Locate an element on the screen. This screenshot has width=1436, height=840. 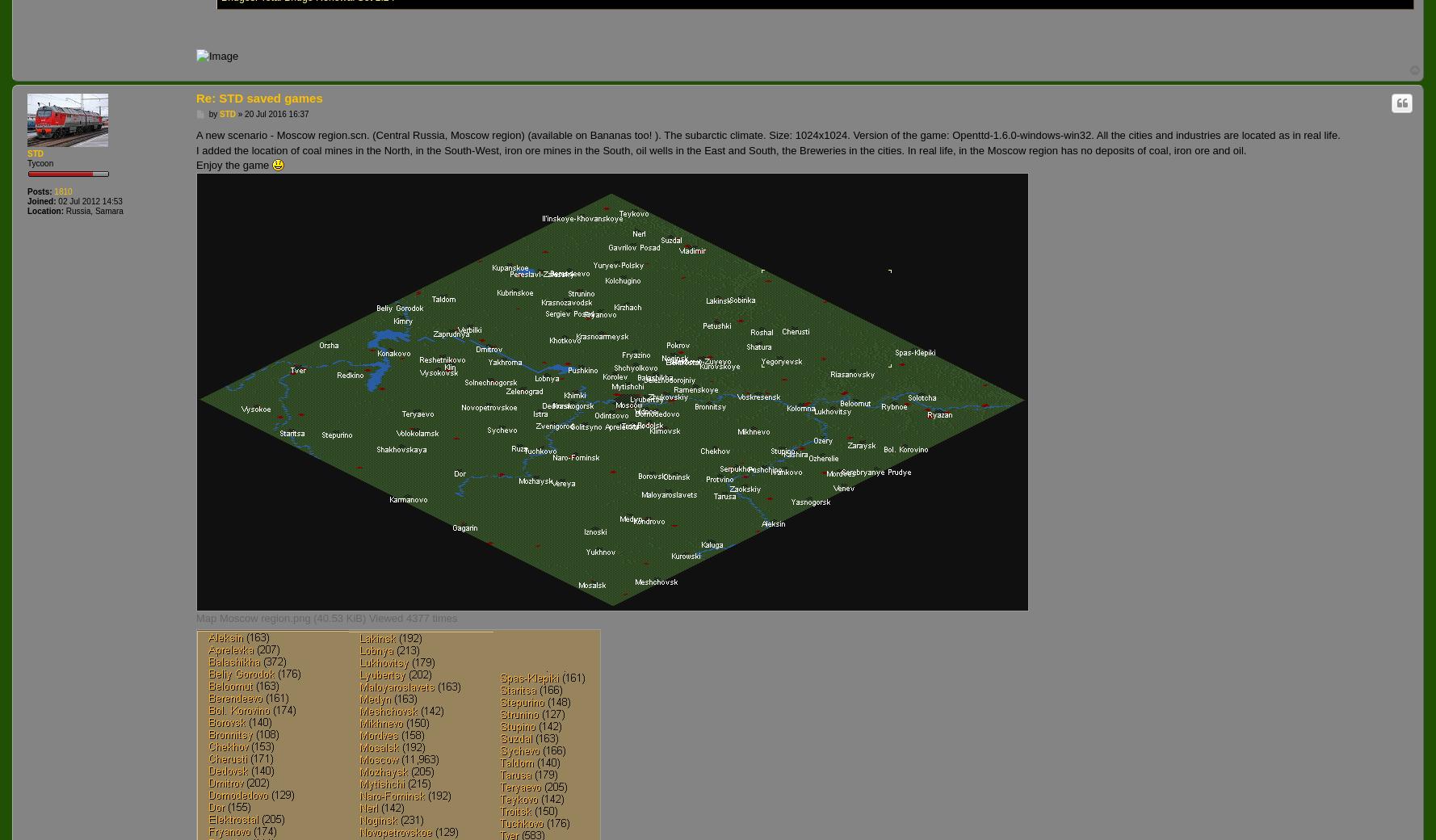
'Location:' is located at coordinates (45, 210).